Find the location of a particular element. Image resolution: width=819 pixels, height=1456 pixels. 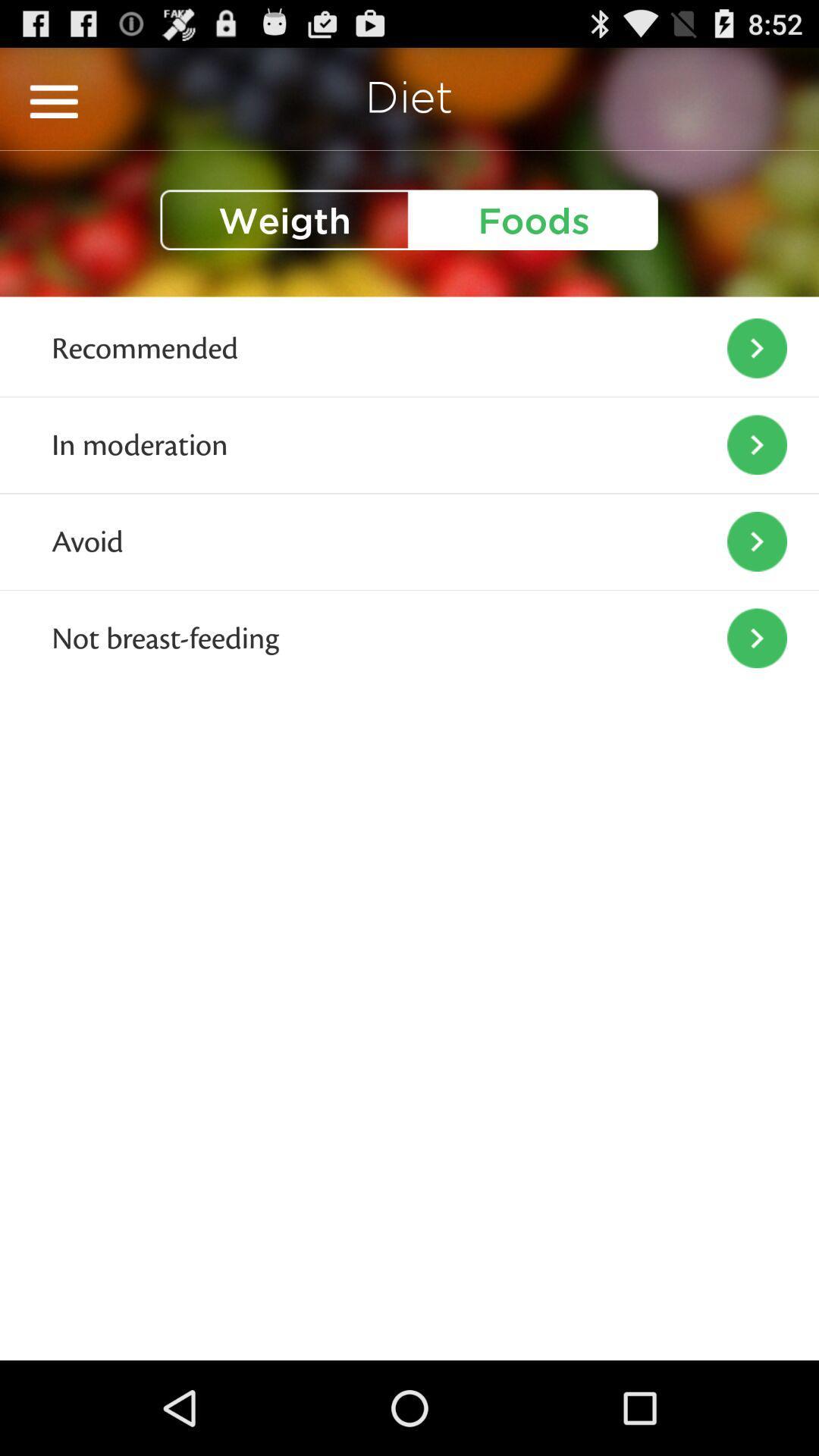

the menu icon is located at coordinates (53, 108).